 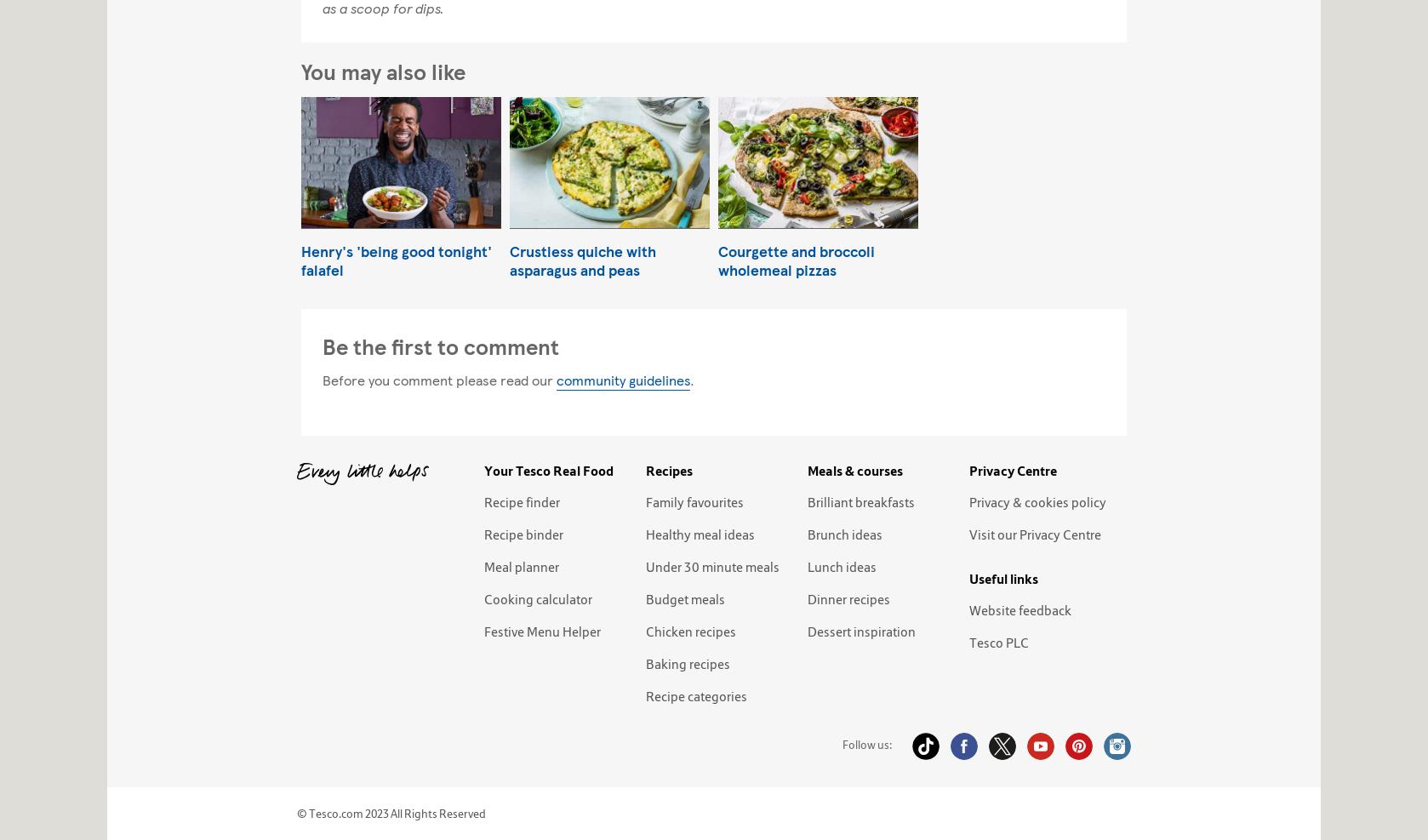 I want to click on 'Be the first to comment', so click(x=439, y=345).